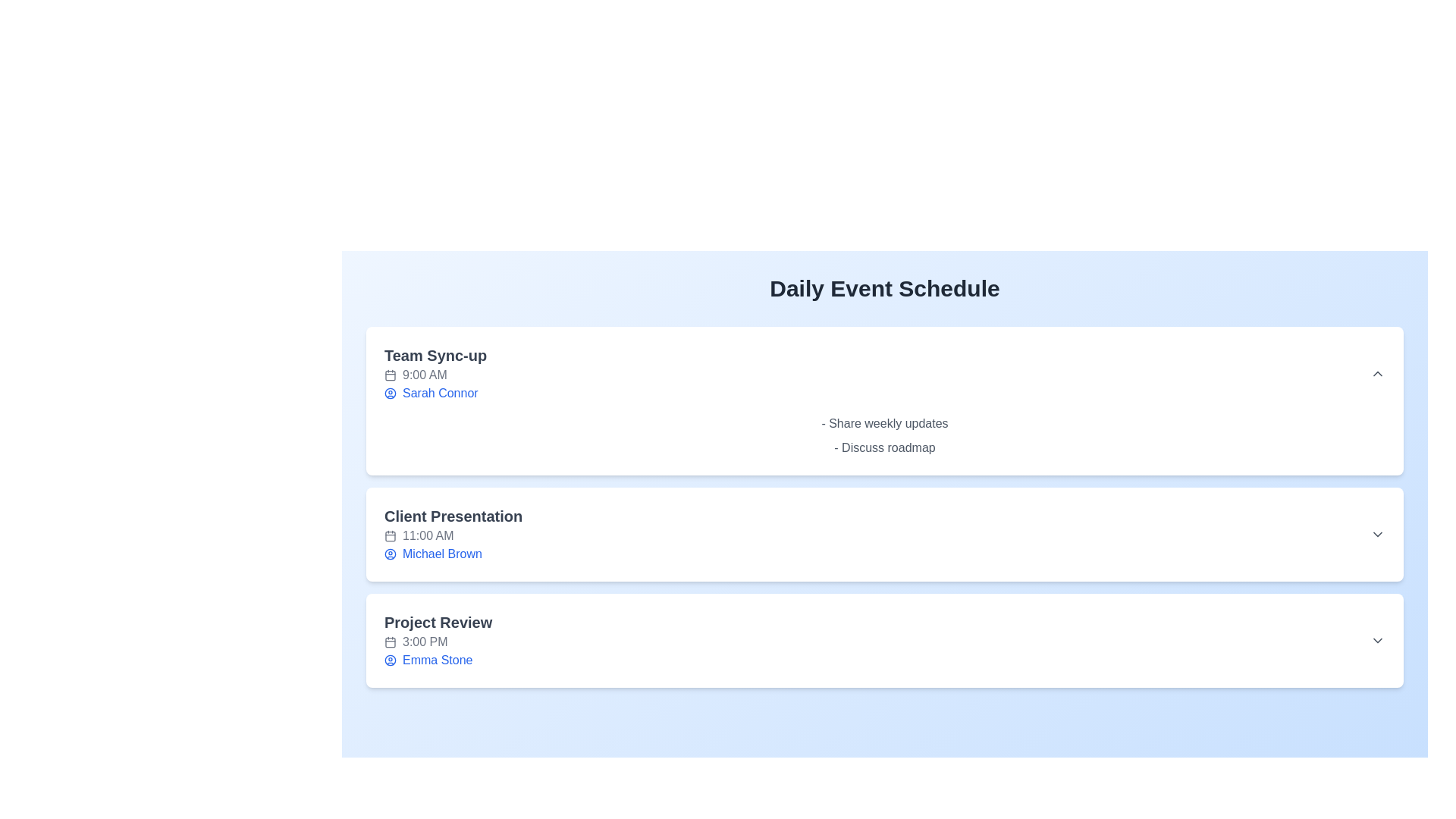 The image size is (1456, 819). What do you see at coordinates (884, 534) in the screenshot?
I see `the ListItem representing a scheduled event about a client presentation` at bounding box center [884, 534].